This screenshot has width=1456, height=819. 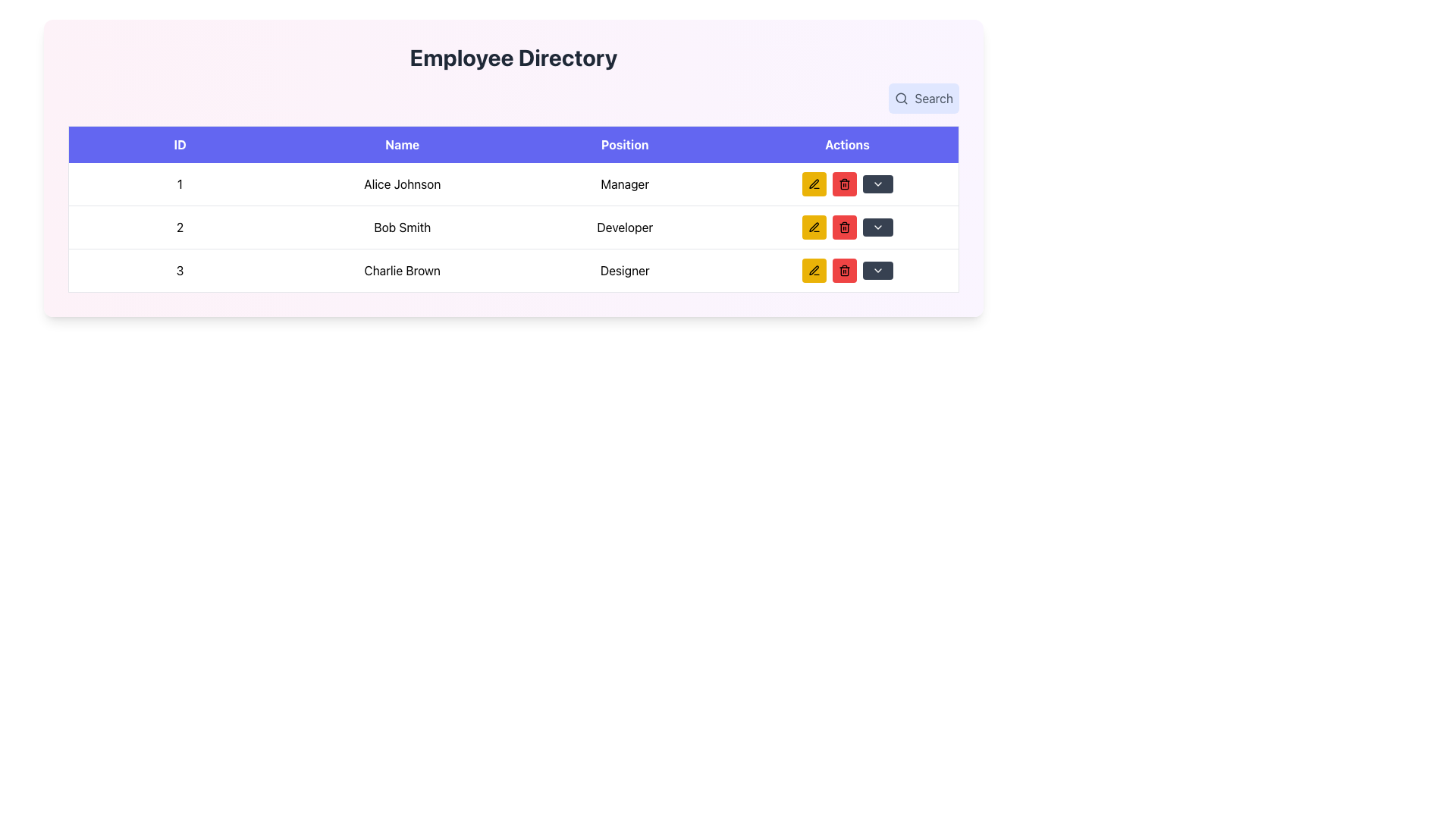 What do you see at coordinates (625, 184) in the screenshot?
I see `the text component displaying 'Manager' located in the first row of the table under the 'Position' column, positioned right of 'Alice Johnson' and left of the 'Actions' column` at bounding box center [625, 184].